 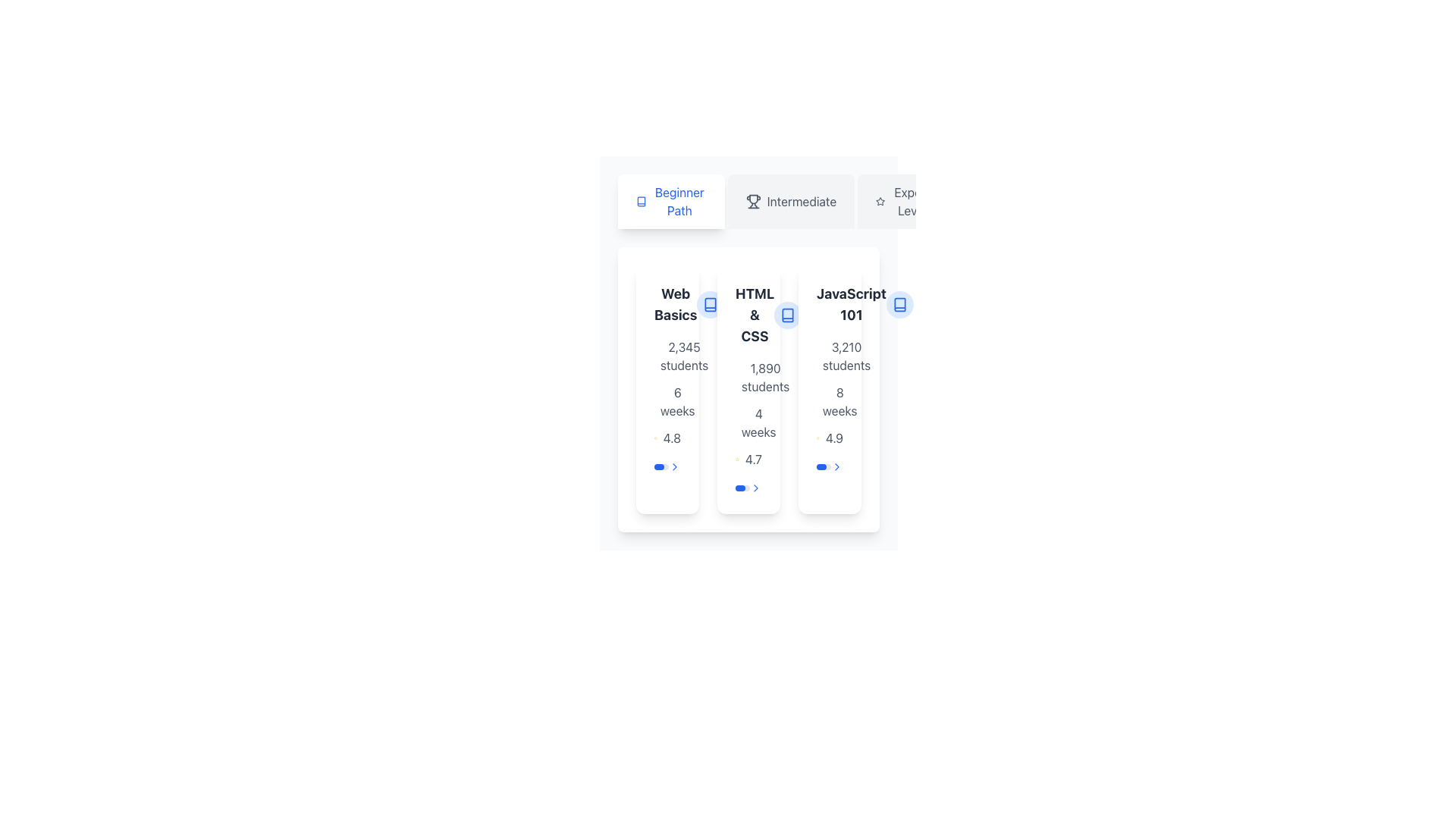 I want to click on the text label UI component displaying 'Intermediate', which is styled in a clean font and is located next to a trophy icon in the top section of the interface, so click(x=801, y=201).